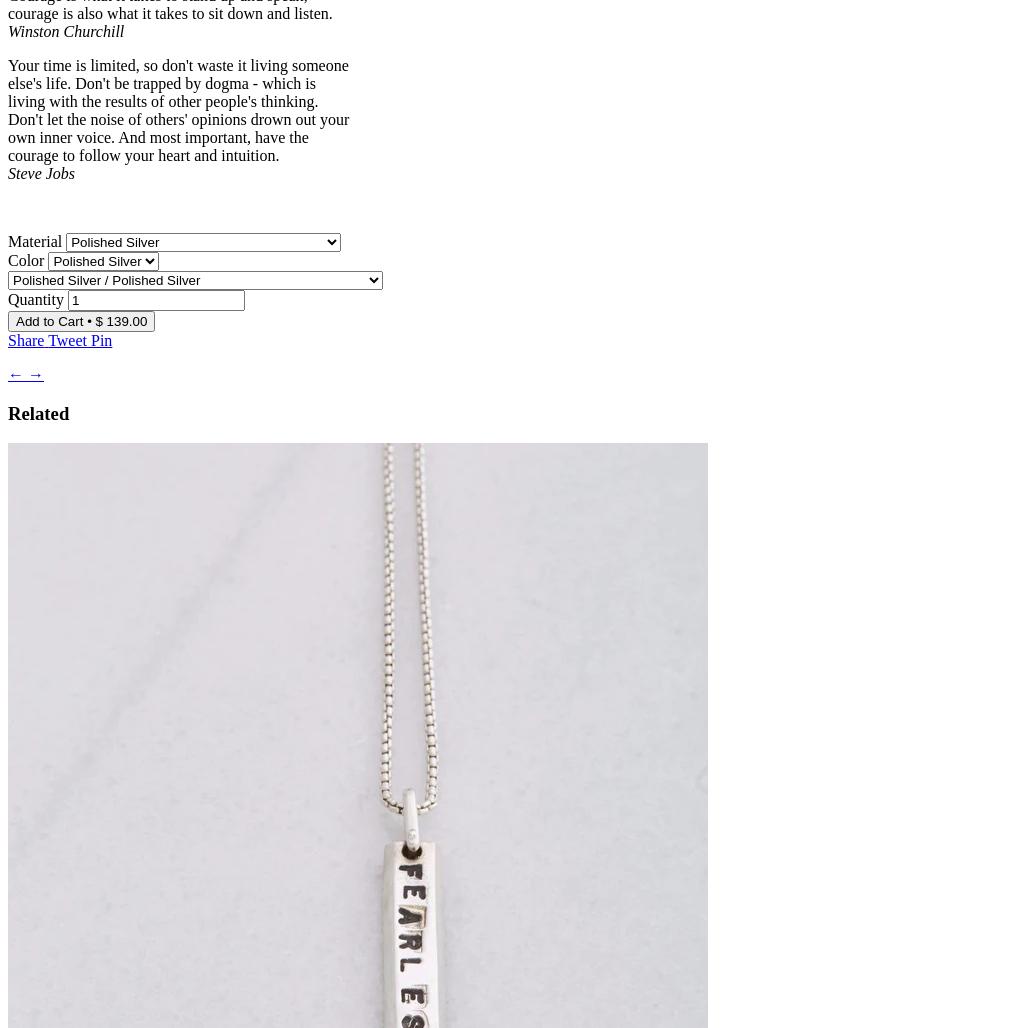 This screenshot has height=1028, width=1032. Describe the element at coordinates (95, 320) in the screenshot. I see `'$ 139.00'` at that location.